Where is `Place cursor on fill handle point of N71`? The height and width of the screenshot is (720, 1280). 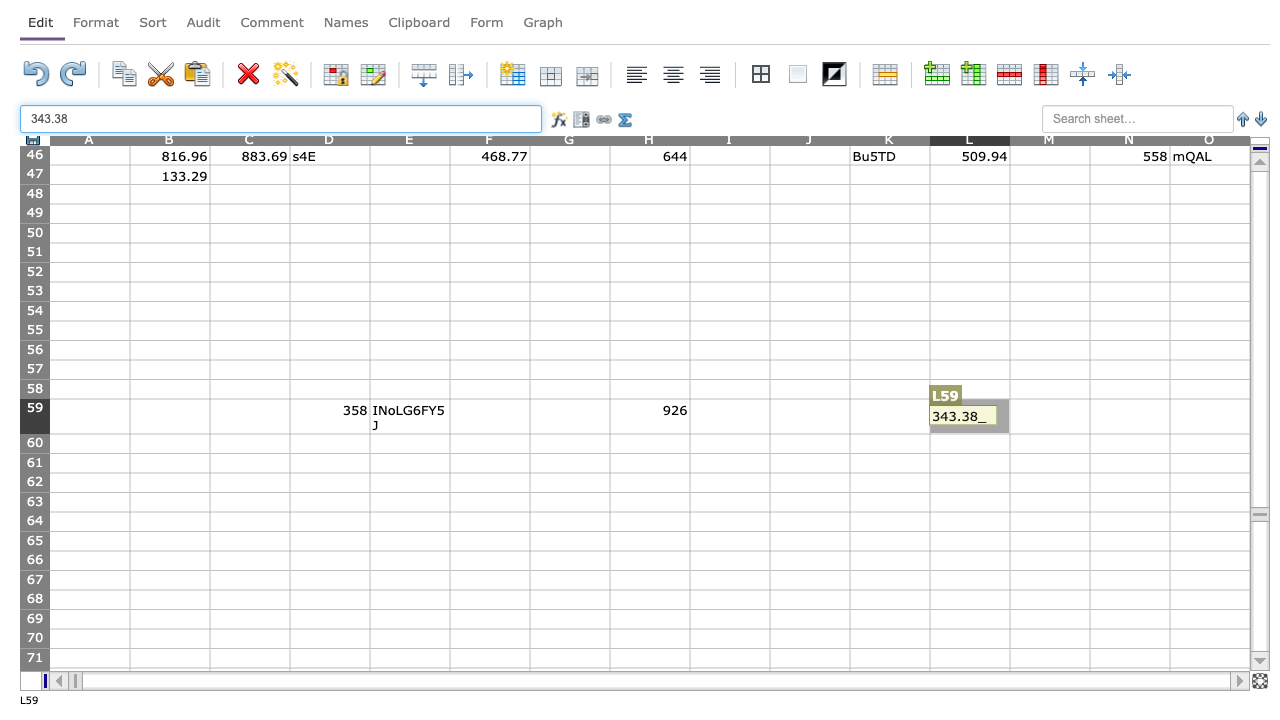
Place cursor on fill handle point of N71 is located at coordinates (1170, 668).